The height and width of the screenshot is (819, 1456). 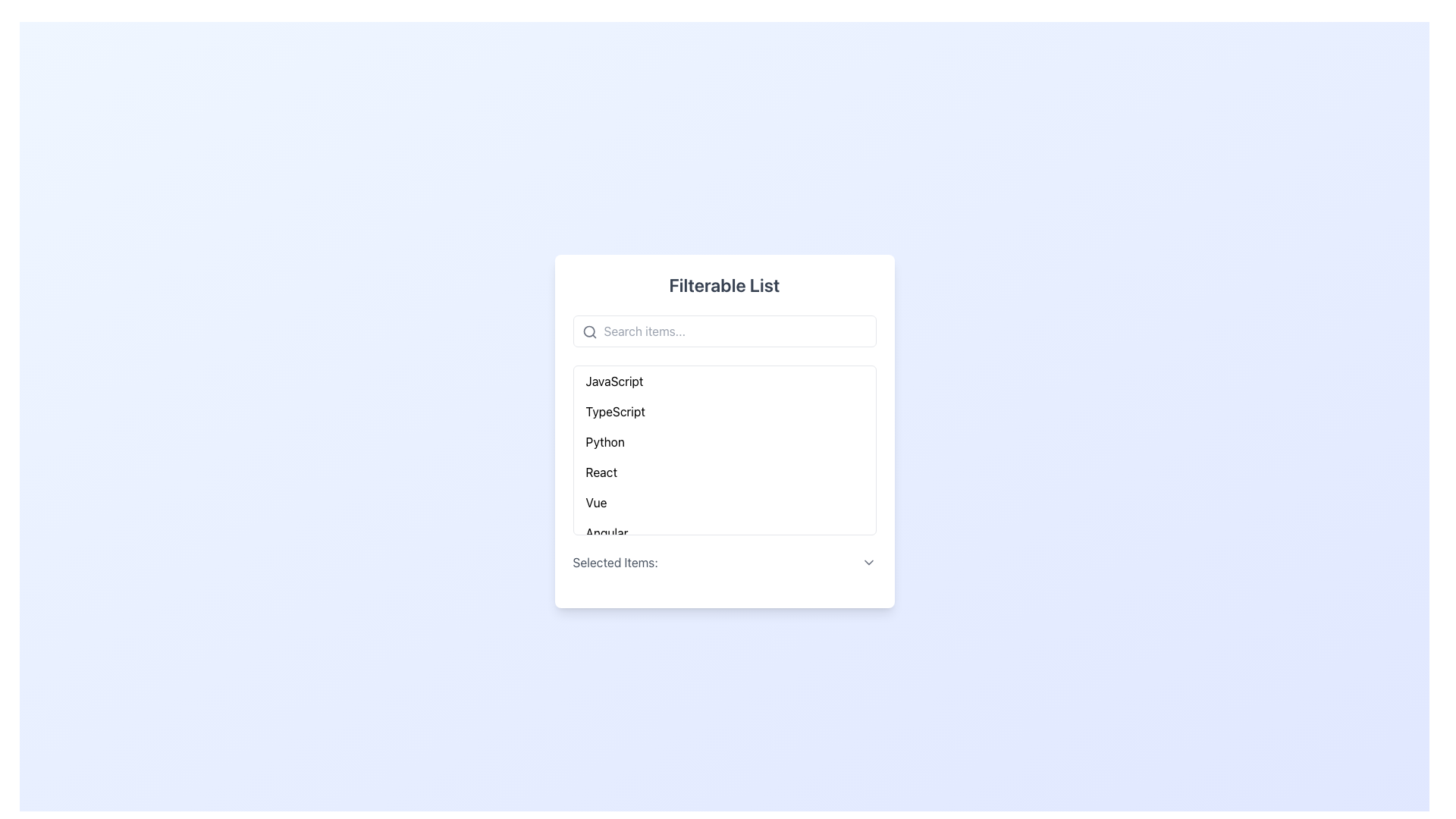 What do you see at coordinates (604, 441) in the screenshot?
I see `the list item displaying the text 'Python'` at bounding box center [604, 441].